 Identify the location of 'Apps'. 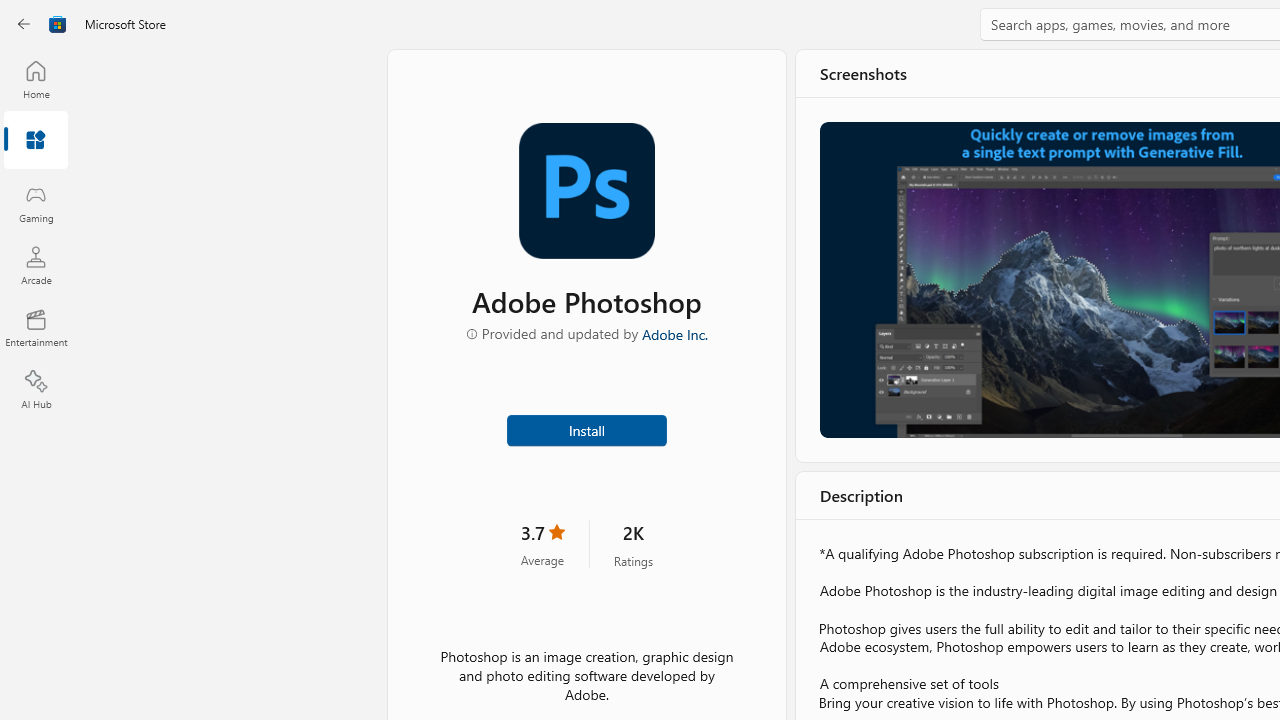
(35, 140).